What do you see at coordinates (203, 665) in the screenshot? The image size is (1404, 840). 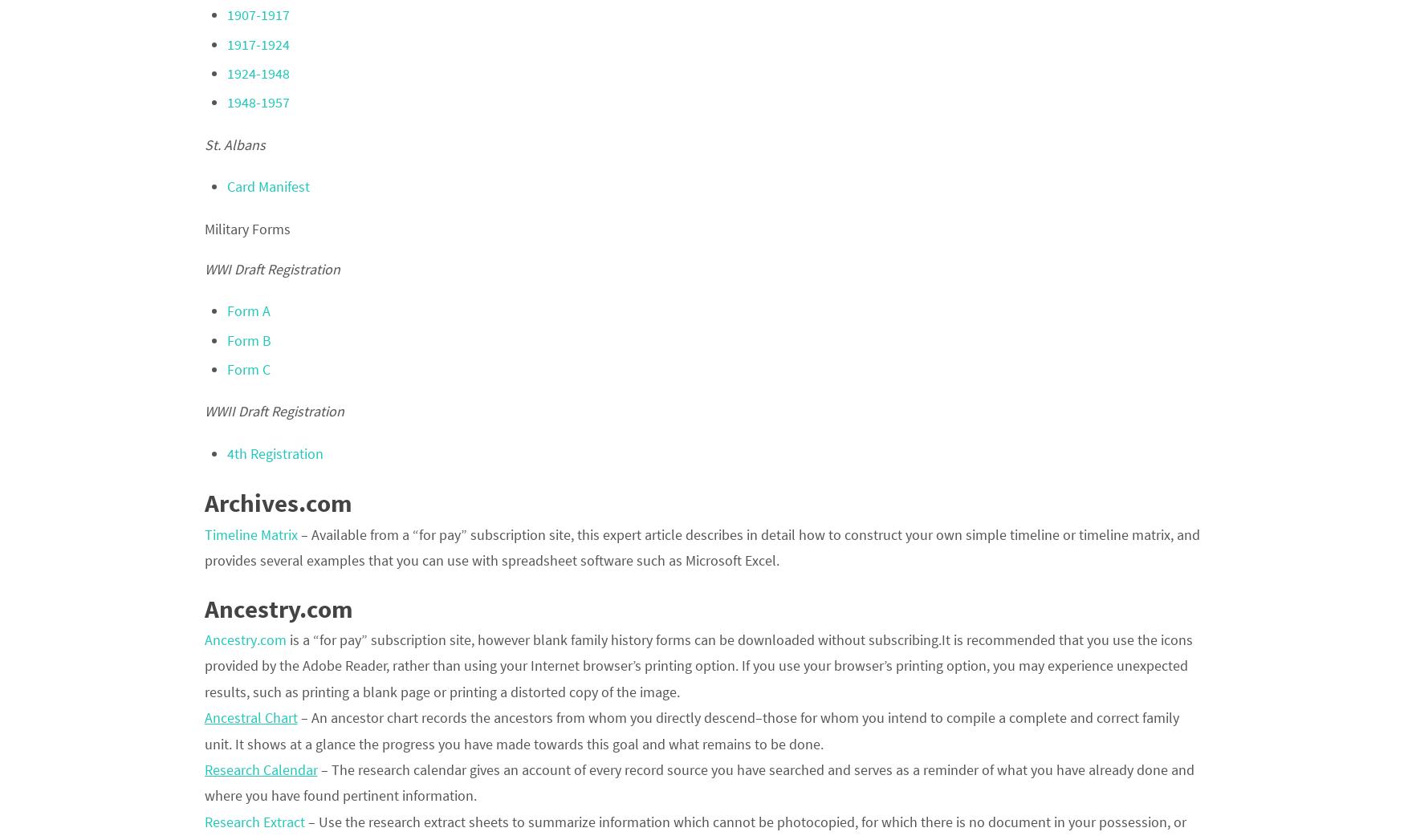 I see `'is a “for pay” subscription site, however blank family history forms can be downloaded without subscribing.It is recommended that you use the icons provided by the Adobe Reader, rather than using your Internet browser’s printing option. If you use your browser’s printing option, you may experience unexpected results, such as printing a blank page or printing a distorted copy of the image.'` at bounding box center [203, 665].